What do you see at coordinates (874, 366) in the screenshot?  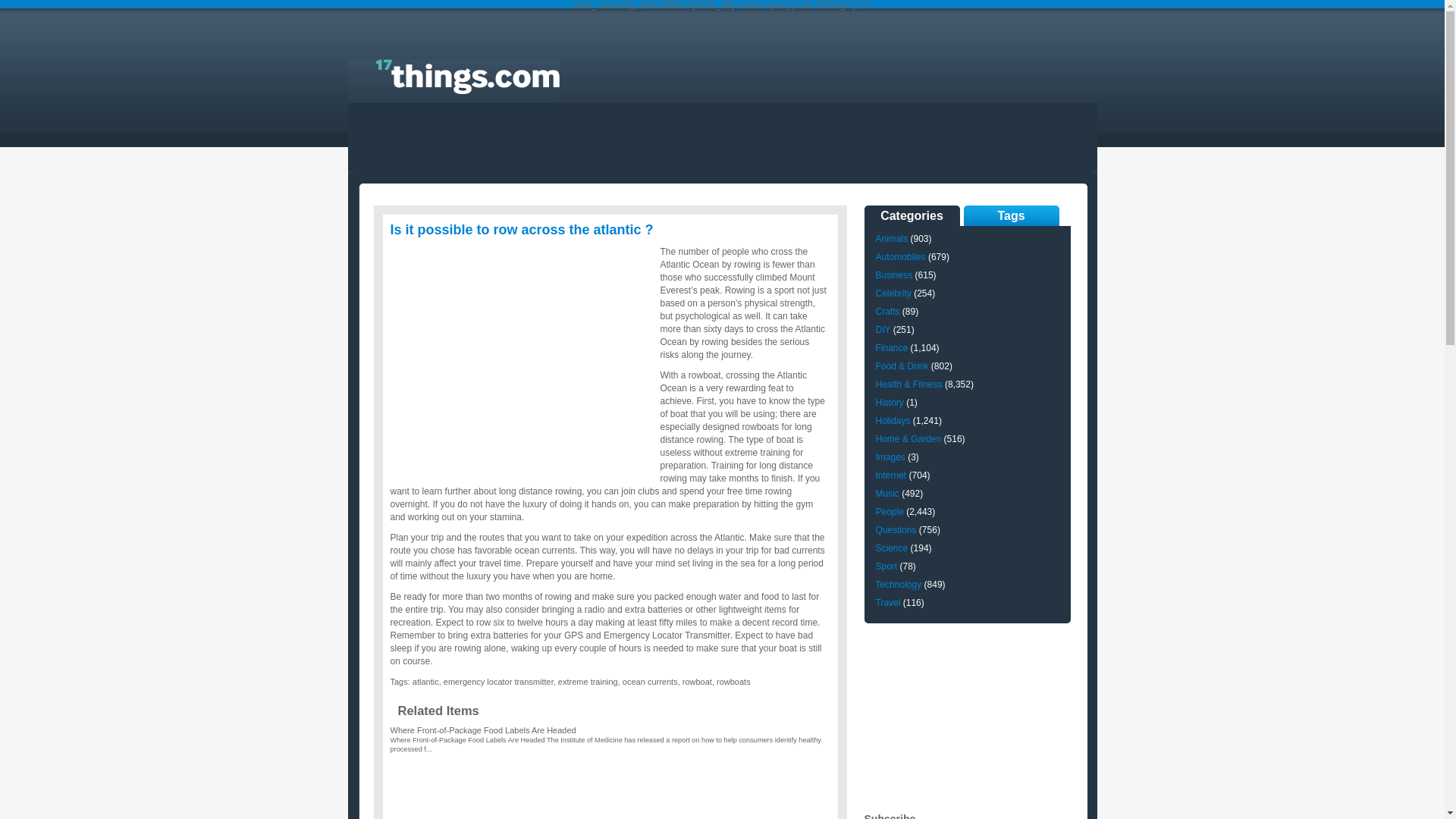 I see `'Food & Drink'` at bounding box center [874, 366].